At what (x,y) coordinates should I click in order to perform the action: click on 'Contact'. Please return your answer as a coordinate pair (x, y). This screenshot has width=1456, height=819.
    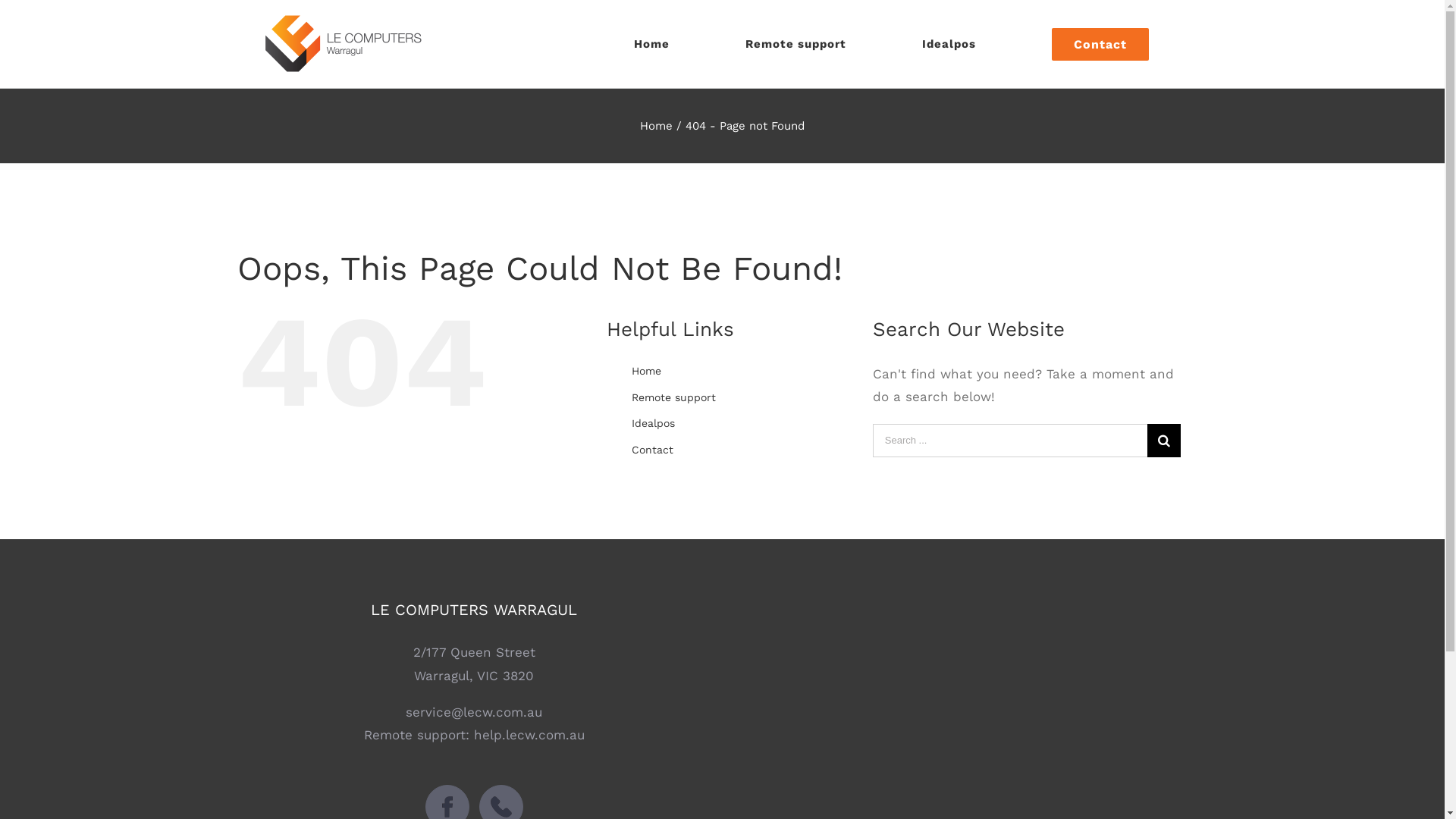
    Looking at the image, I should click on (632, 449).